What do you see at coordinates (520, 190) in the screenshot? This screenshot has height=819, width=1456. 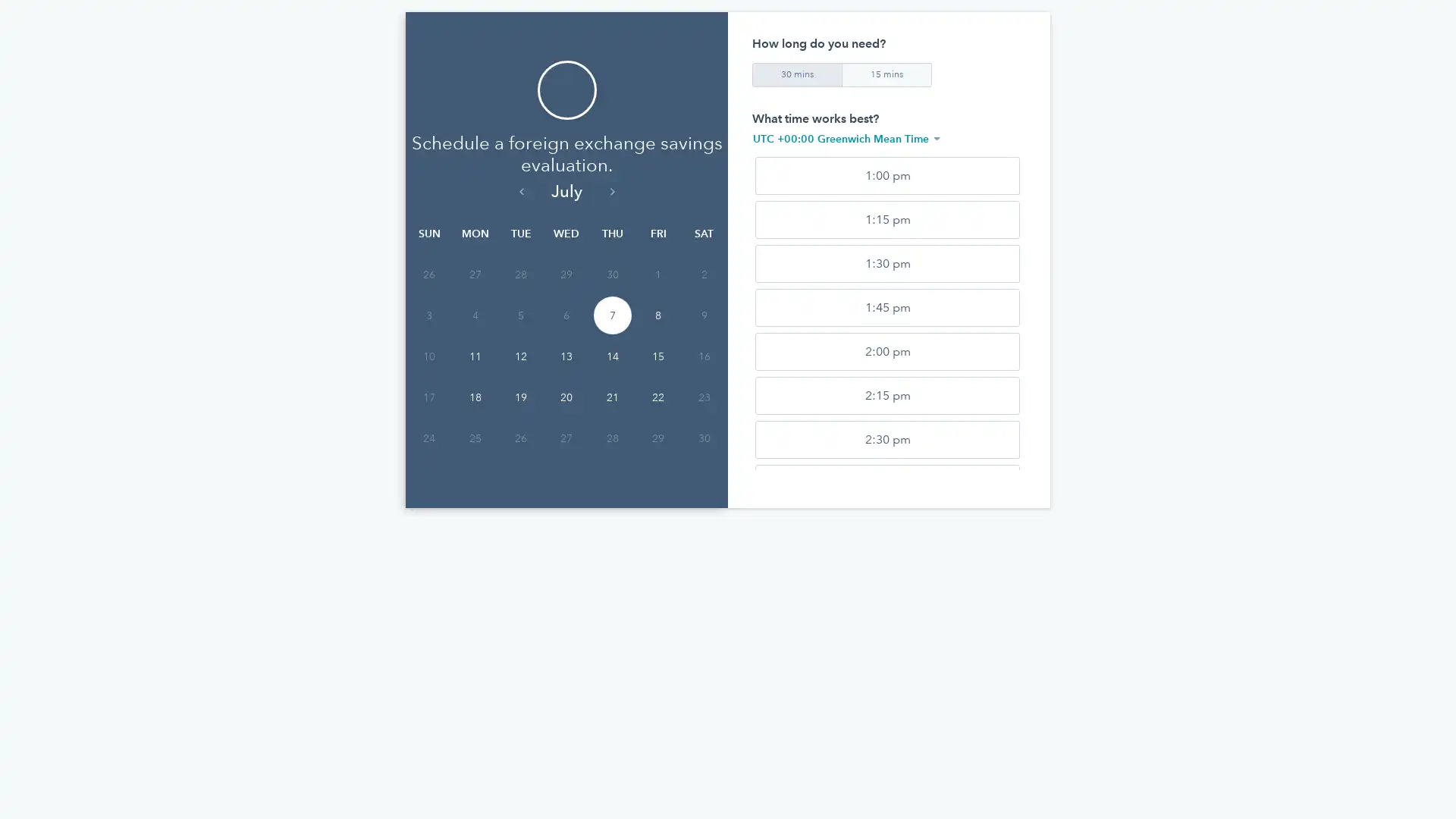 I see `View June` at bounding box center [520, 190].